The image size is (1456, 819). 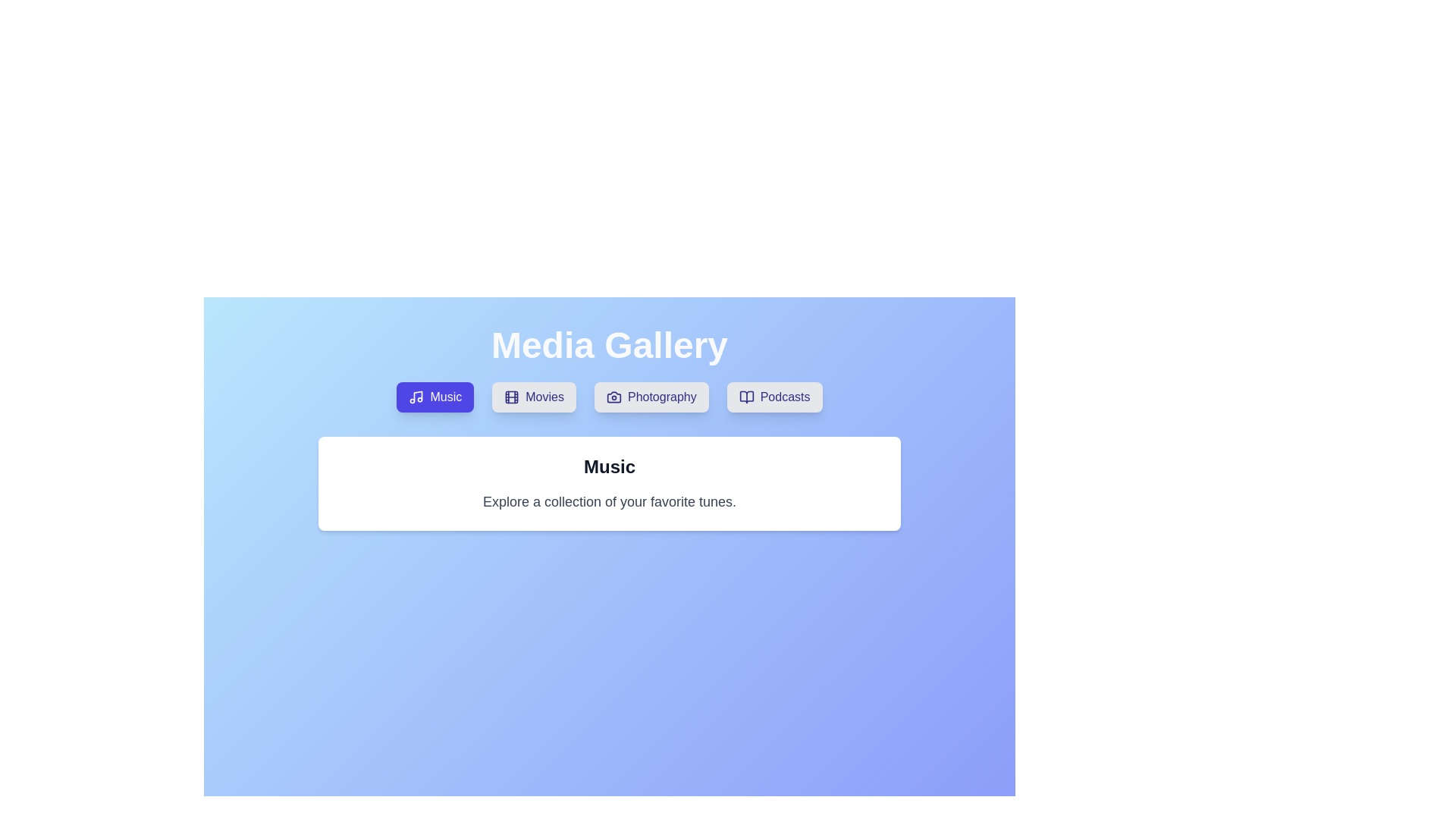 What do you see at coordinates (774, 397) in the screenshot?
I see `the Podcasts tab to observe its hover effect` at bounding box center [774, 397].